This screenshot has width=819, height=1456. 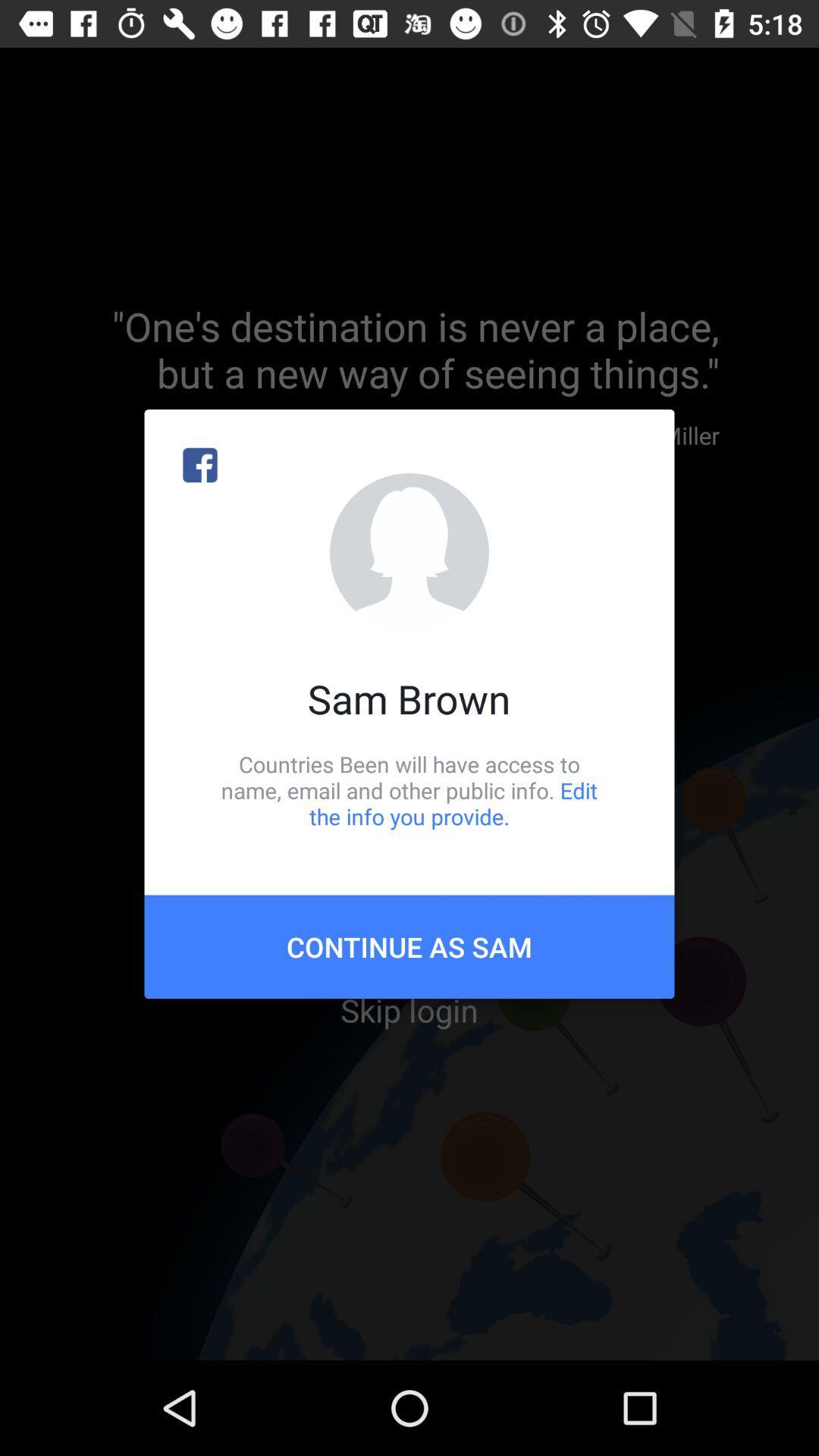 I want to click on the icon below the countries been will icon, so click(x=409, y=946).